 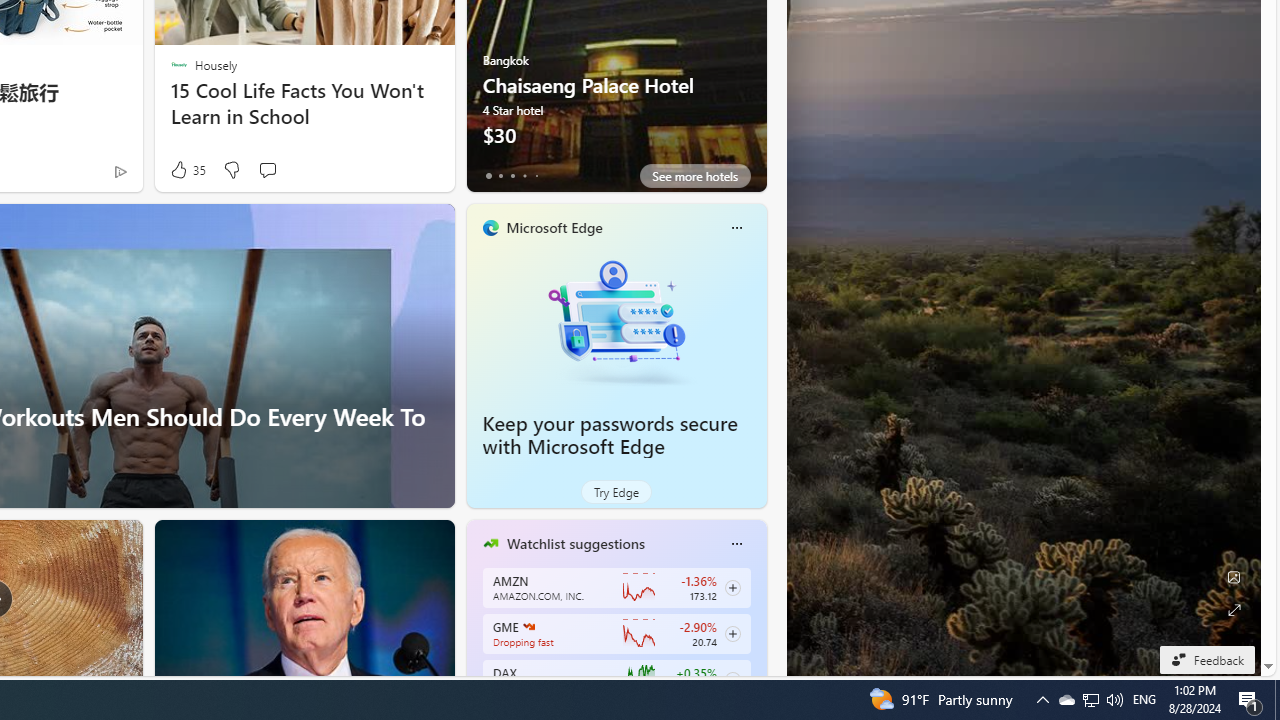 I want to click on 'tab-0', so click(x=488, y=175).